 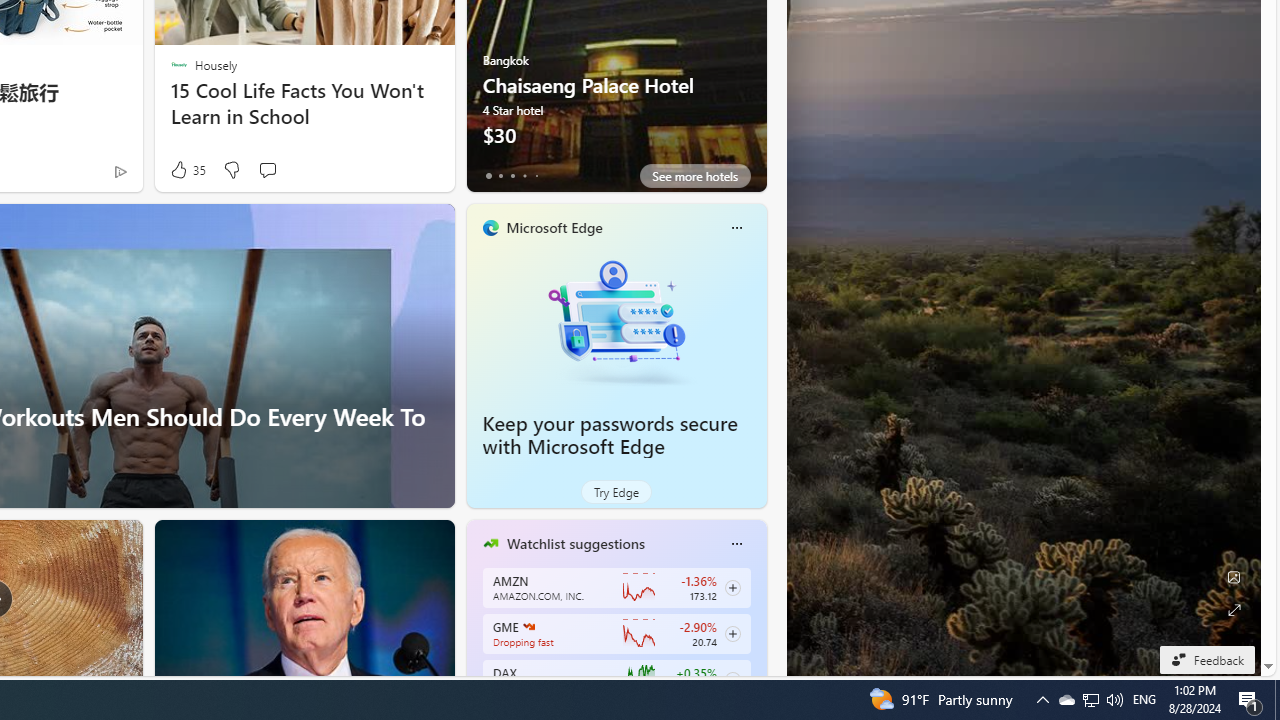 I want to click on 'tab-0', so click(x=488, y=175).